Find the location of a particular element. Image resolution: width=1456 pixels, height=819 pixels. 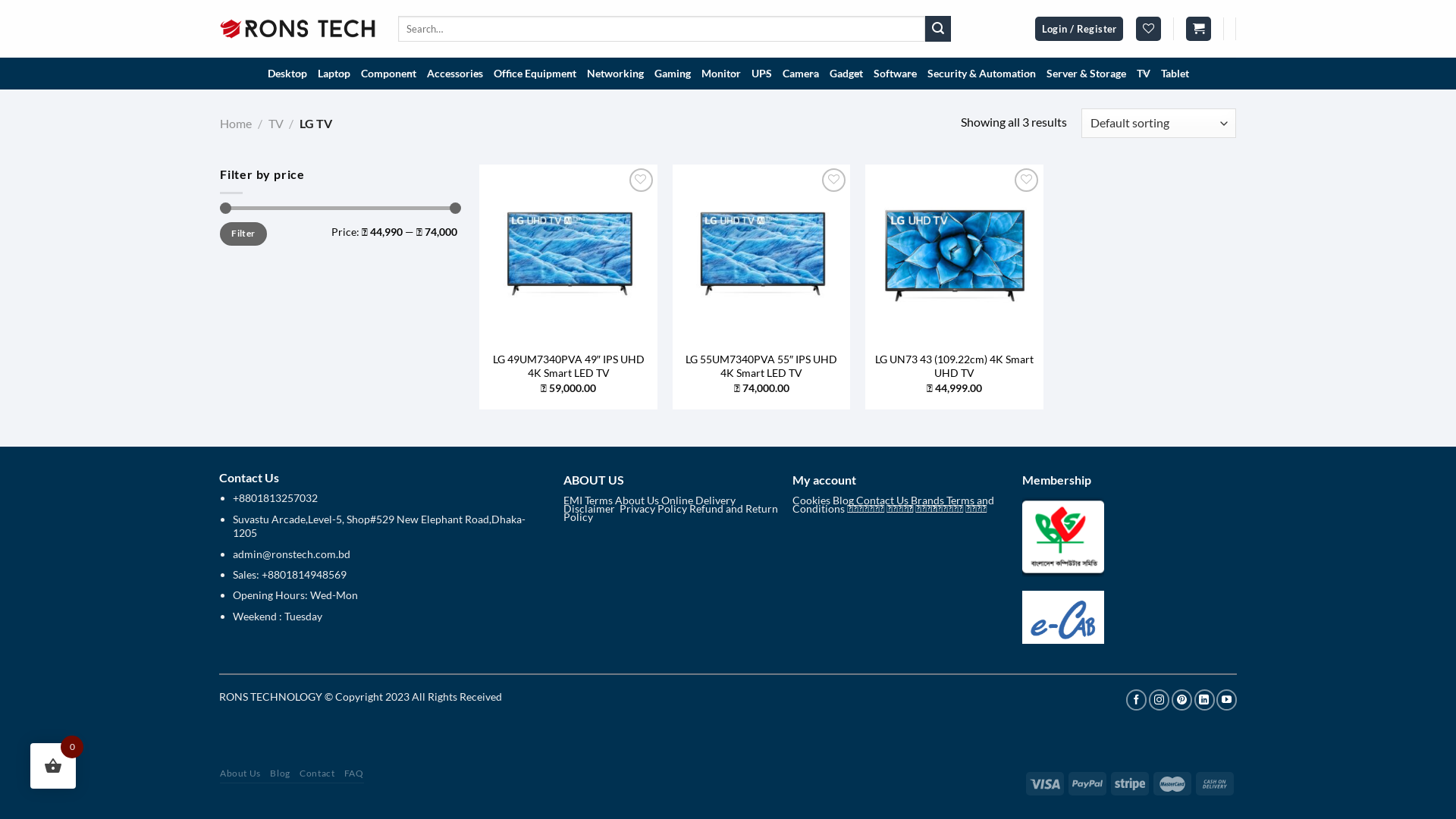

'Security & Automation' is located at coordinates (981, 73).